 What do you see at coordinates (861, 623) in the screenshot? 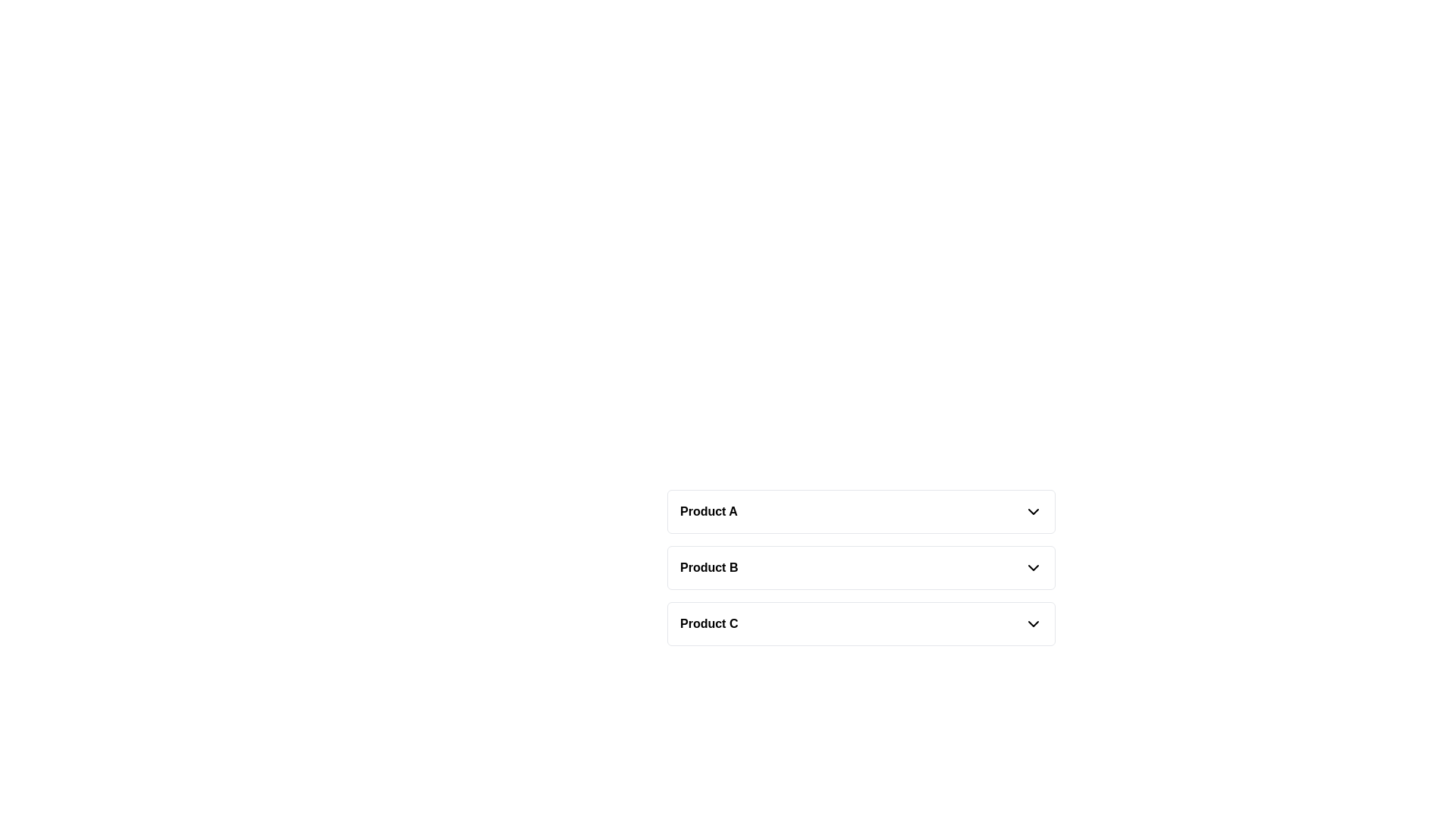
I see `to select the third item in the dropdown menu labeled 'Product C'` at bounding box center [861, 623].